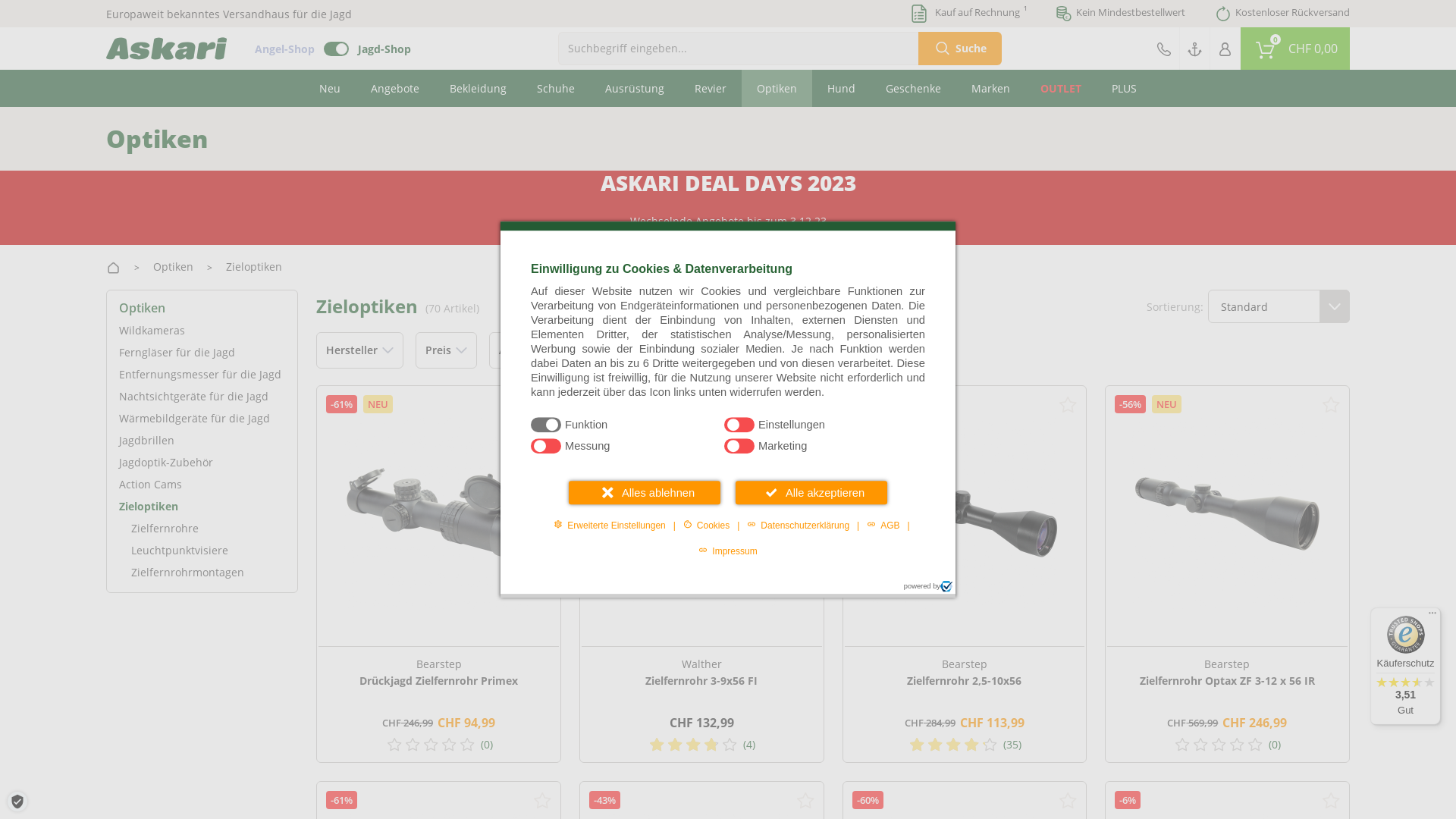  I want to click on 'Action Cams', so click(118, 484).